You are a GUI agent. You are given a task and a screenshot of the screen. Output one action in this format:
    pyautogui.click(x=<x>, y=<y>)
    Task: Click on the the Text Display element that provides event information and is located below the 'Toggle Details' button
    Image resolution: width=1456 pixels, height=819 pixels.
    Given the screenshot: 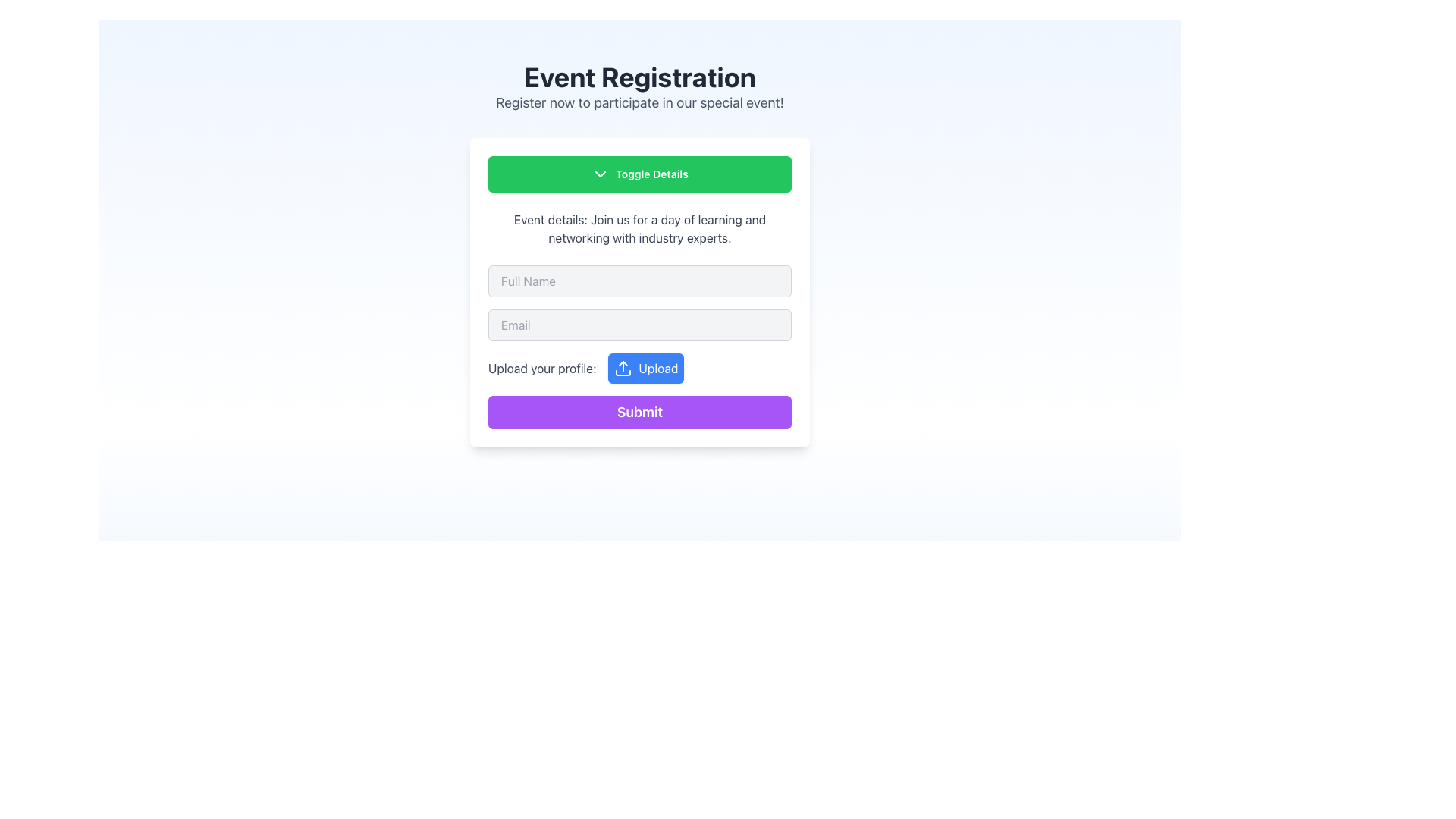 What is the action you would take?
    pyautogui.click(x=640, y=228)
    